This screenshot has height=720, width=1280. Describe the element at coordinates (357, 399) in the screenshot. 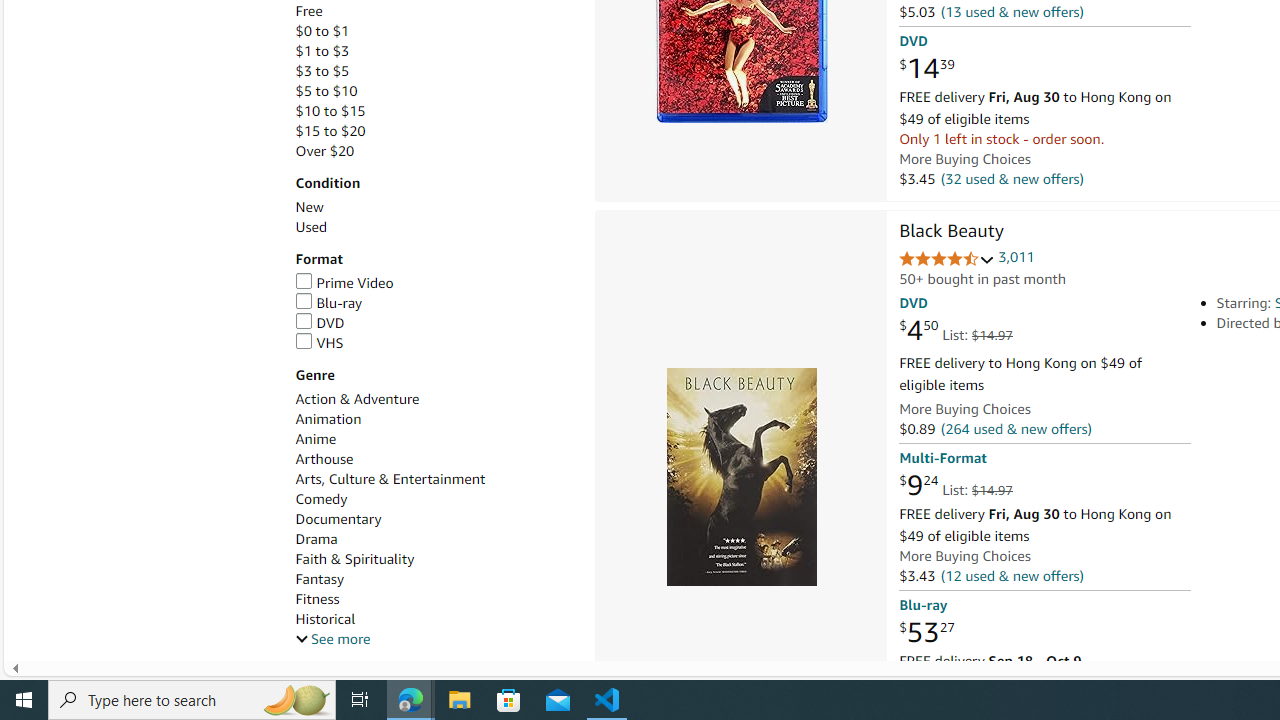

I see `'Action & Adventure'` at that location.